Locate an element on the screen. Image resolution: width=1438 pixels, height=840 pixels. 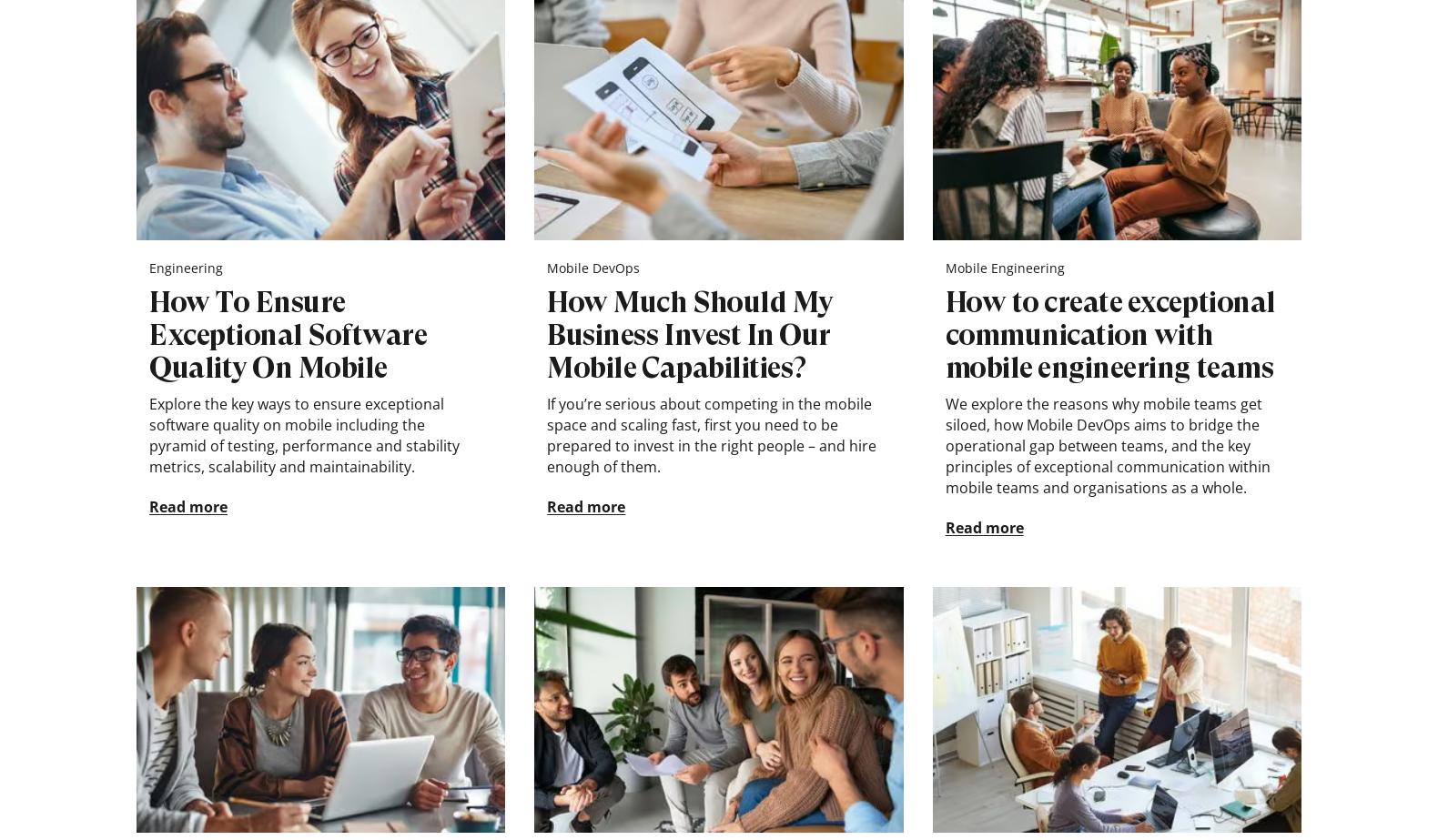
'Schönhauser Allee 163,' is located at coordinates (493, 744).